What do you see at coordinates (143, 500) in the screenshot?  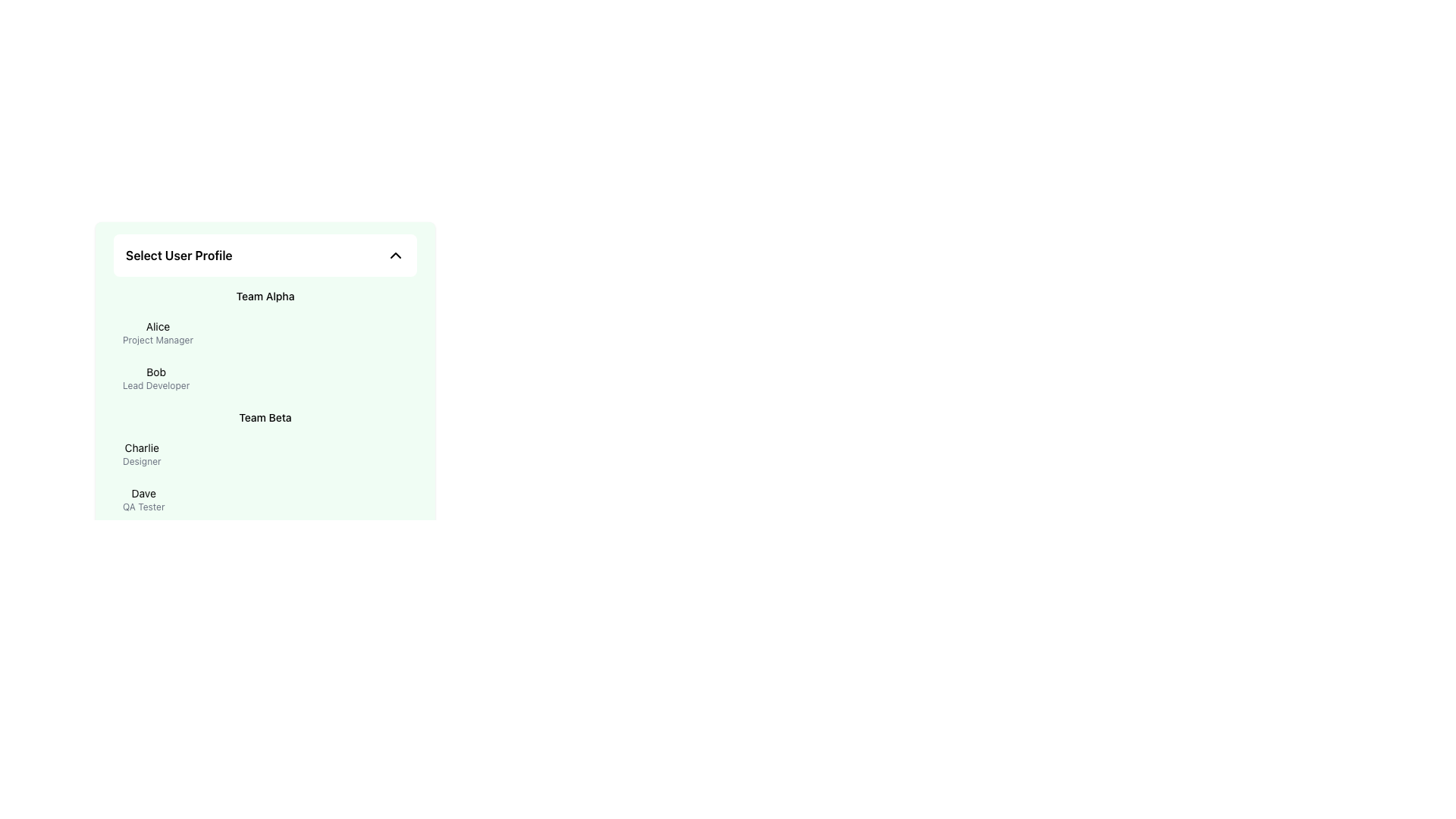 I see `the Text Display element that shows the name and title of a person, positioned below 'Charlie Designer' in the 'Team Beta' section` at bounding box center [143, 500].